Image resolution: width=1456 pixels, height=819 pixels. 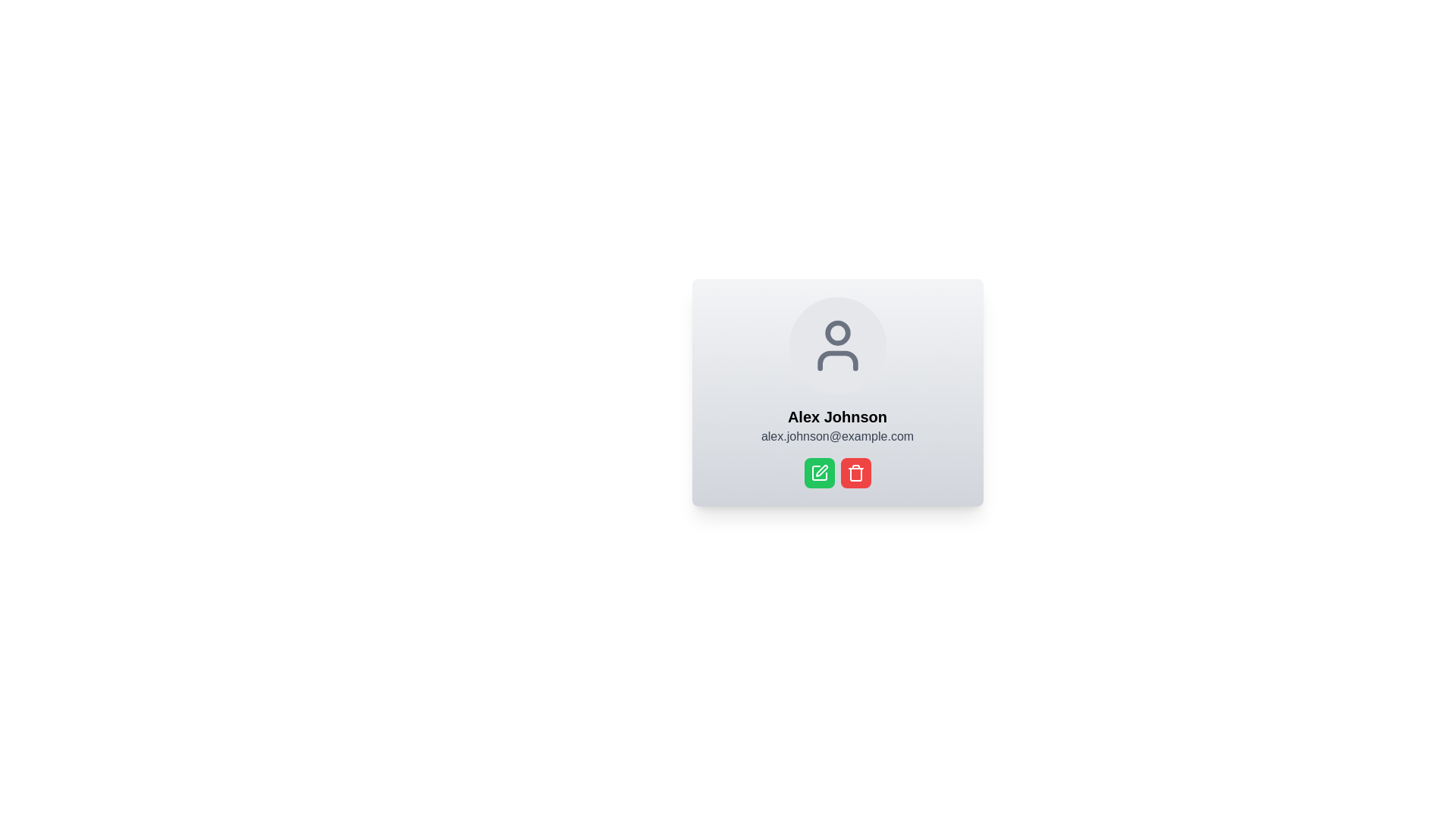 What do you see at coordinates (855, 472) in the screenshot?
I see `the trash bin icon button with a red background located at the bottom right corner of the card layout` at bounding box center [855, 472].